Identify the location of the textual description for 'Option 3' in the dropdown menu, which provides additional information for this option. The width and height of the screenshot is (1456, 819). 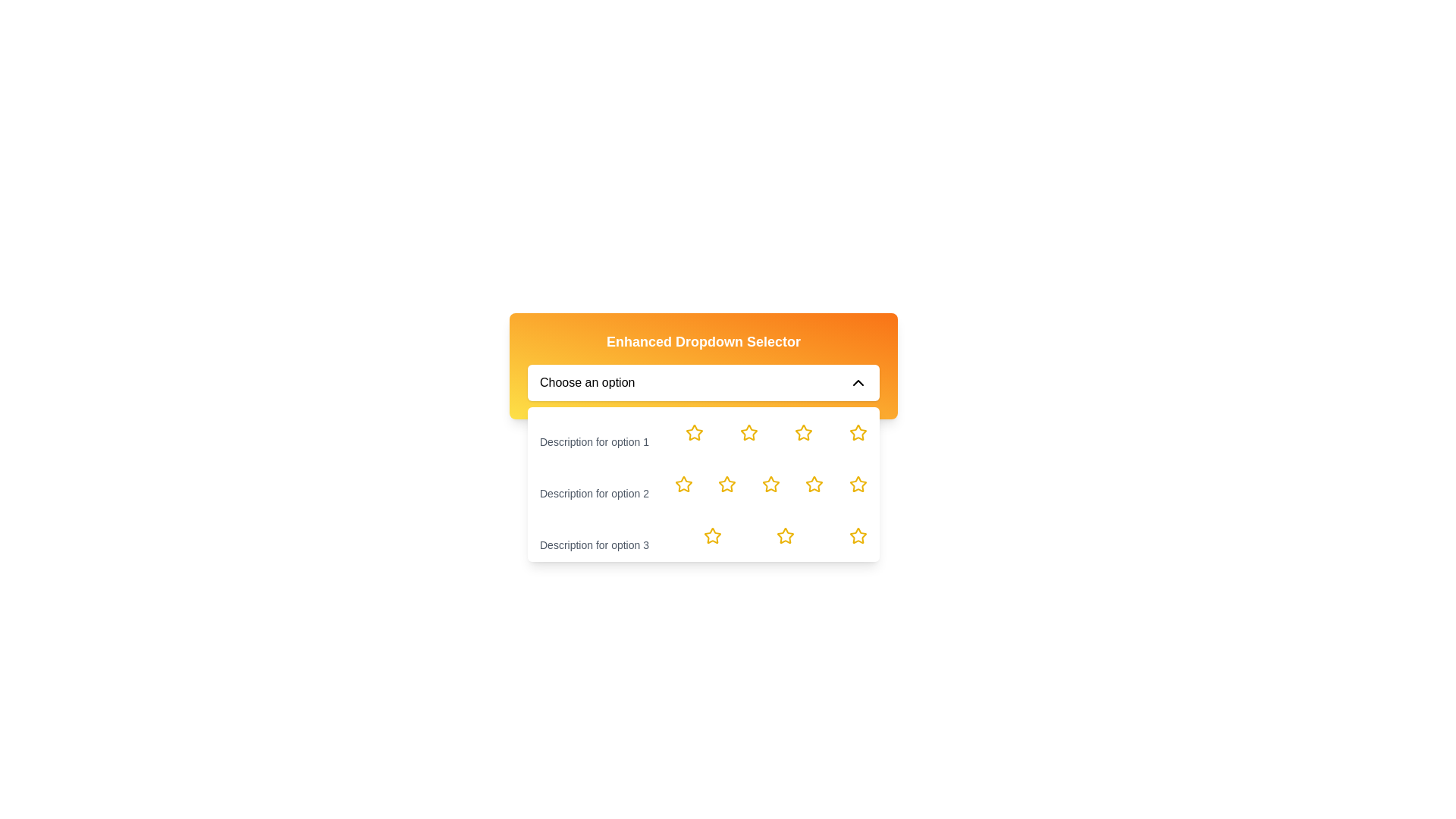
(593, 535).